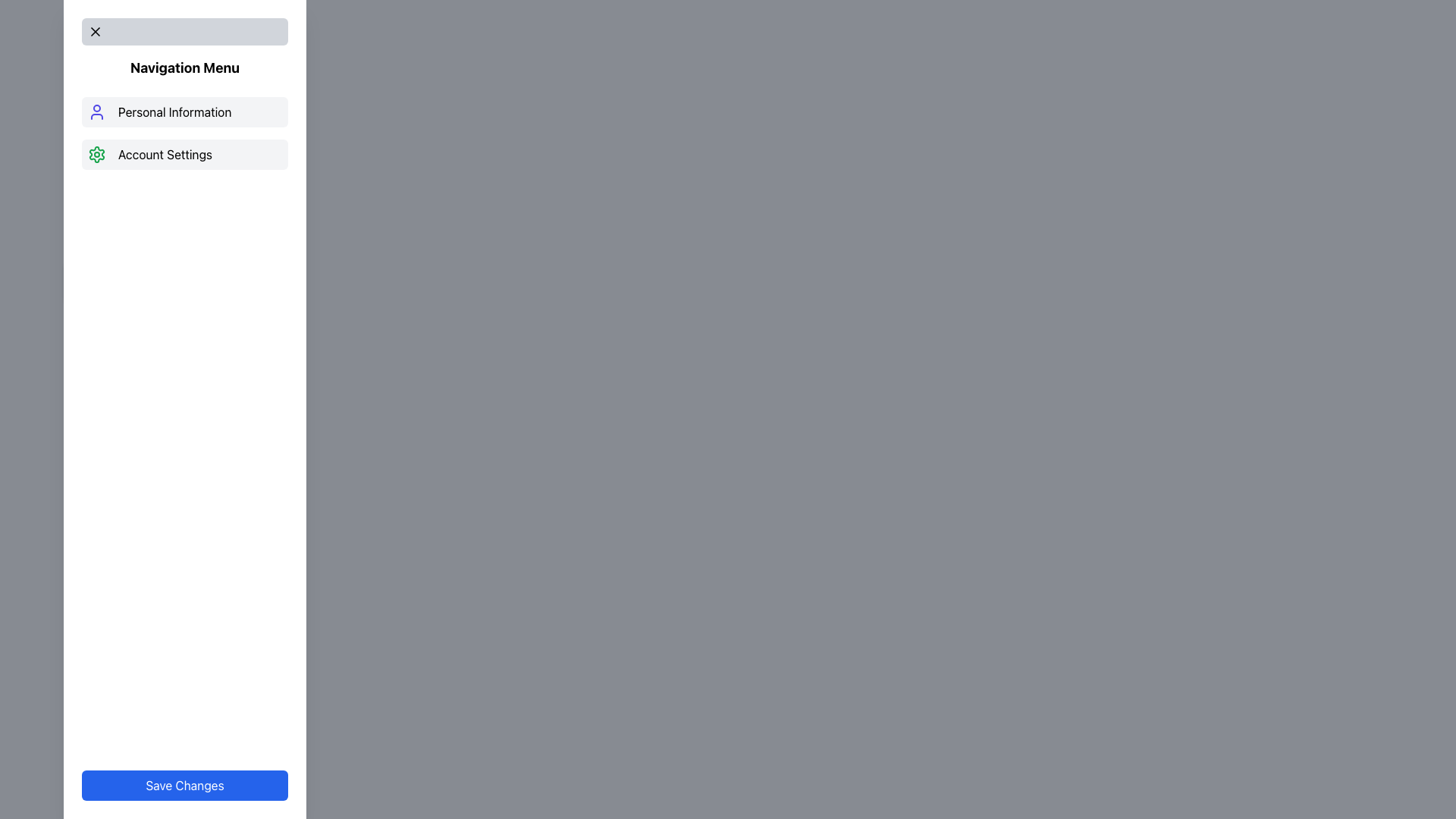  What do you see at coordinates (94, 32) in the screenshot?
I see `the close button icon located near the top-left corner of the navigation interface` at bounding box center [94, 32].